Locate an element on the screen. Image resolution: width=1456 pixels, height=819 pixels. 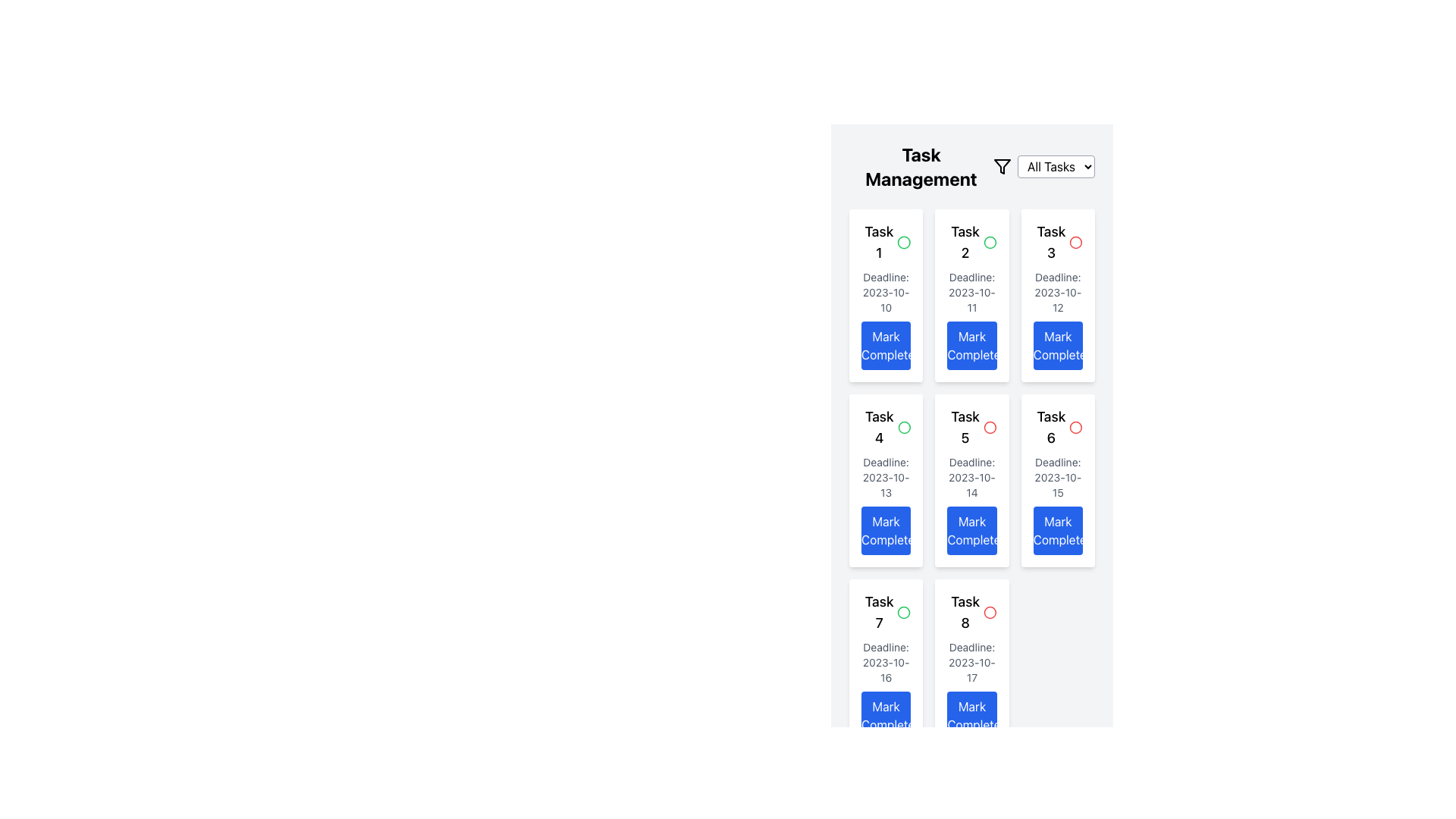
the text label displaying 'Deadline: 2023-10-17', which is positioned under the title 'Task 8' and above the 'Mark Completed' button in the task card is located at coordinates (971, 662).